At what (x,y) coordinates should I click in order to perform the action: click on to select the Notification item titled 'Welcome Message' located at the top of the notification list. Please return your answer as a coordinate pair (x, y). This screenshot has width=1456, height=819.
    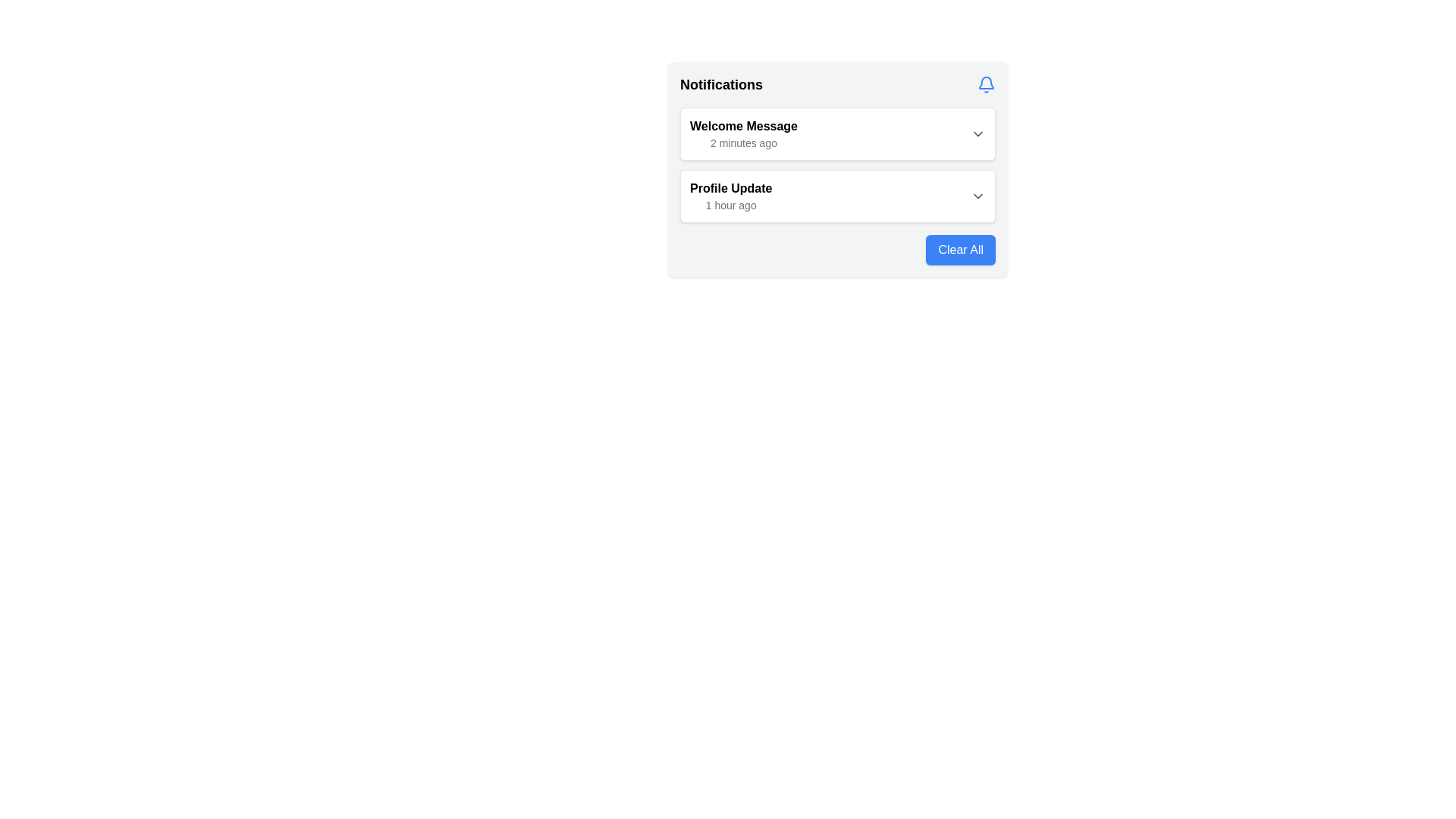
    Looking at the image, I should click on (836, 133).